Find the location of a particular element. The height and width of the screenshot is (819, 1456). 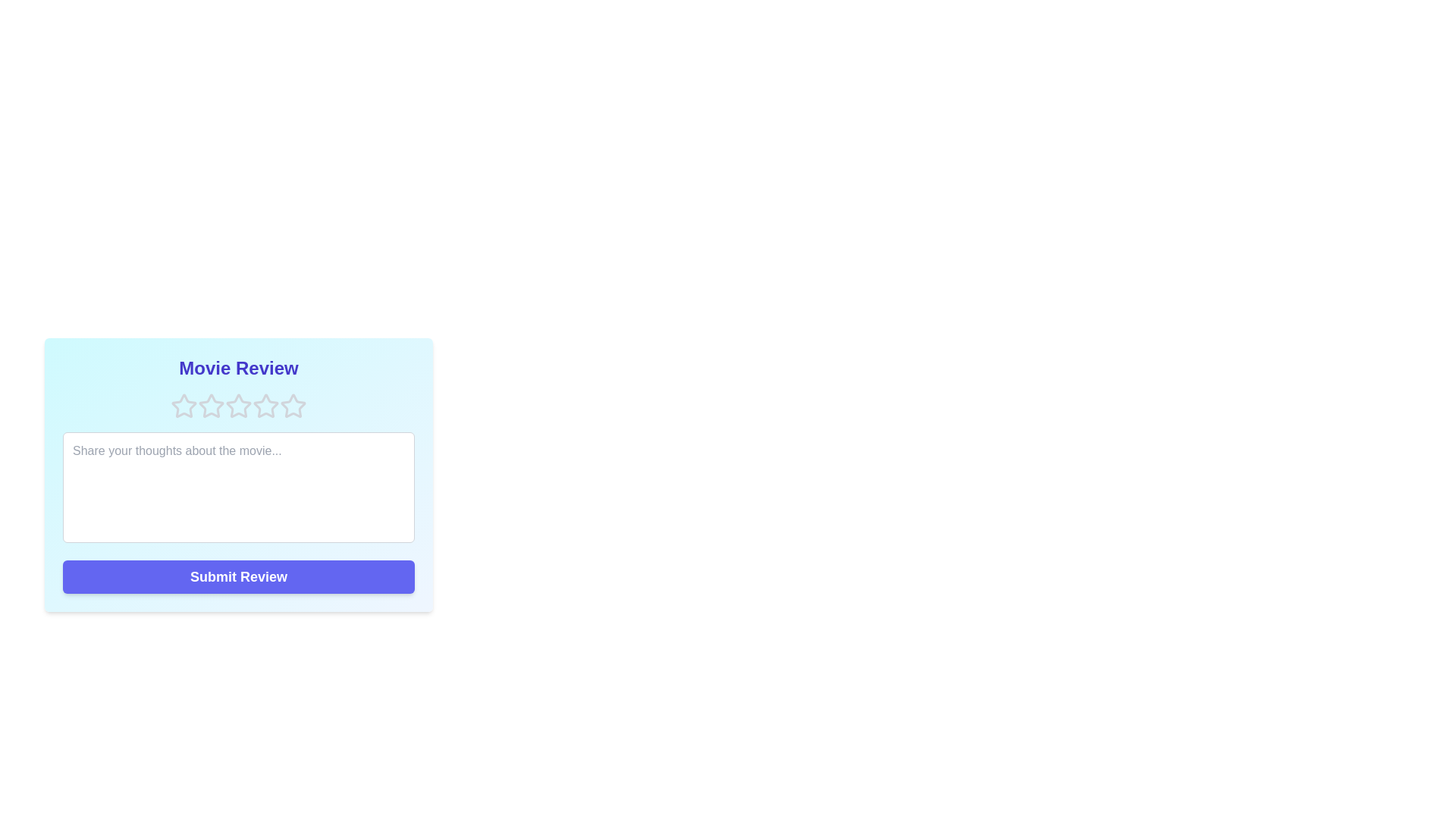

the comment box and type the text 'This is a great movie!' is located at coordinates (238, 488).